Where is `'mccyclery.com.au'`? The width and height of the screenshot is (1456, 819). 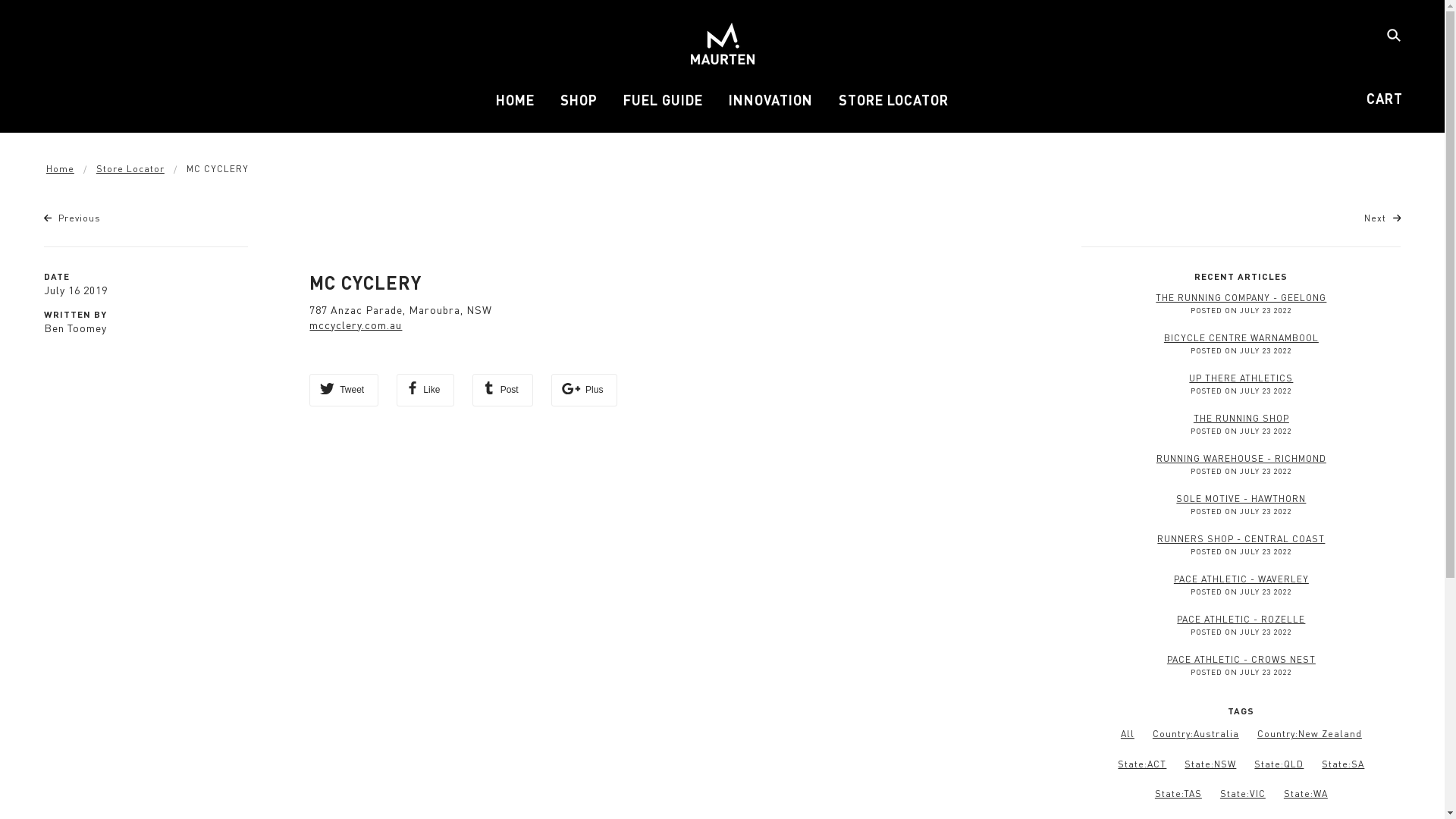 'mccyclery.com.au' is located at coordinates (355, 324).